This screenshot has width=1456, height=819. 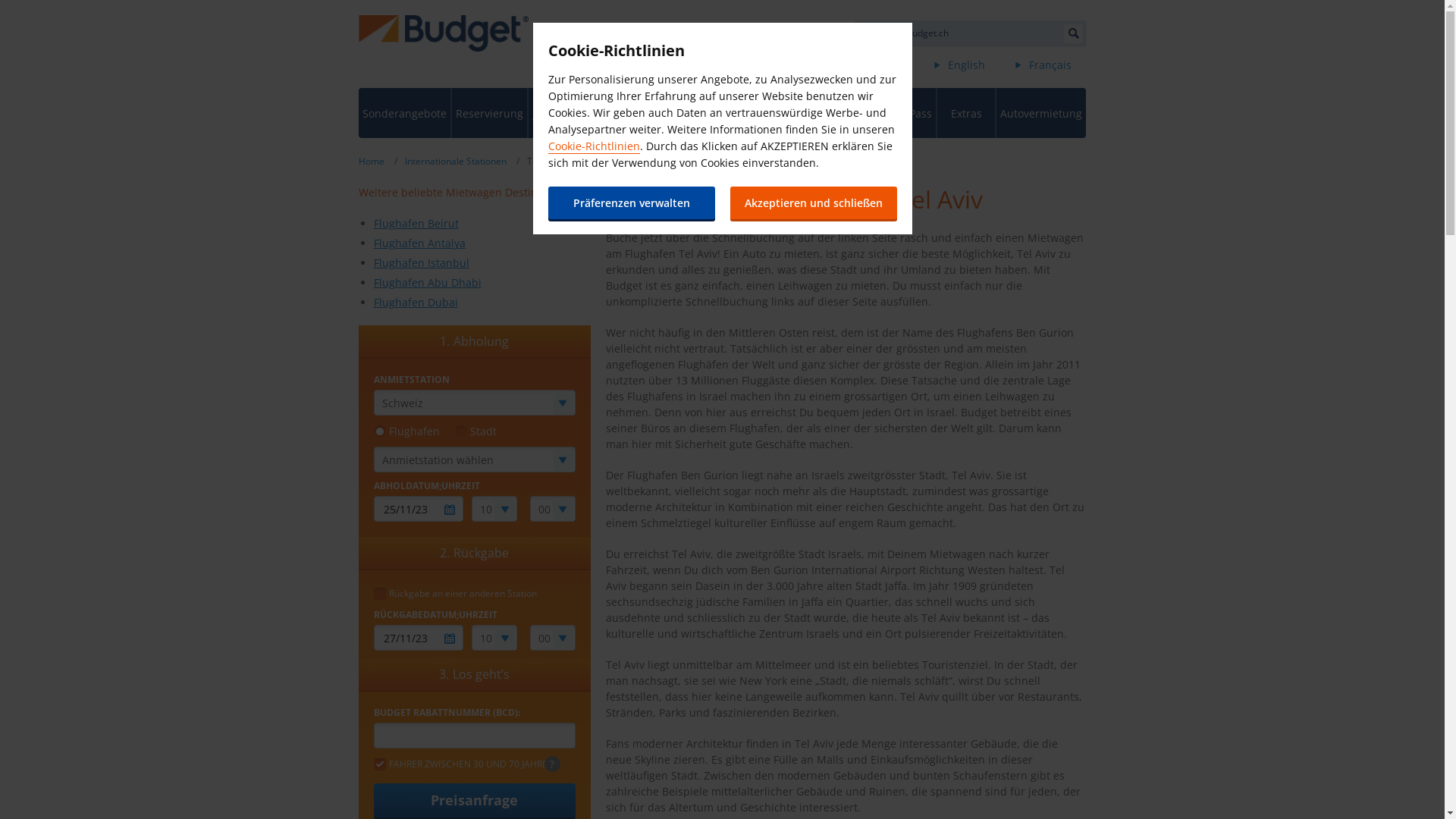 What do you see at coordinates (546, 146) in the screenshot?
I see `'Cookie-Richtlinien'` at bounding box center [546, 146].